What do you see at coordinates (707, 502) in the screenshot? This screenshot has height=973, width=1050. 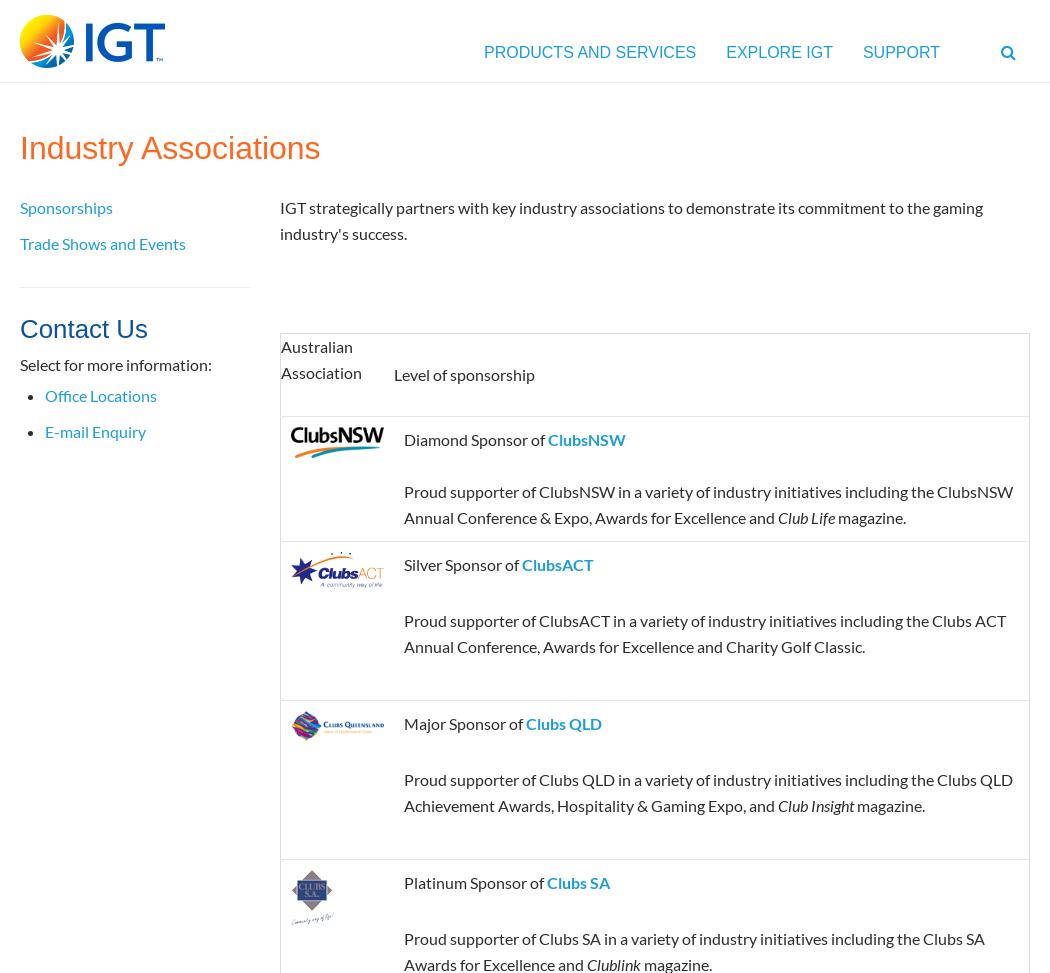 I see `'Proud supporter of ClubsNSW in a variety of industry initiatives including the ClubsNSW Annual Conference & Expo, Awards for Excellence and'` at bounding box center [707, 502].